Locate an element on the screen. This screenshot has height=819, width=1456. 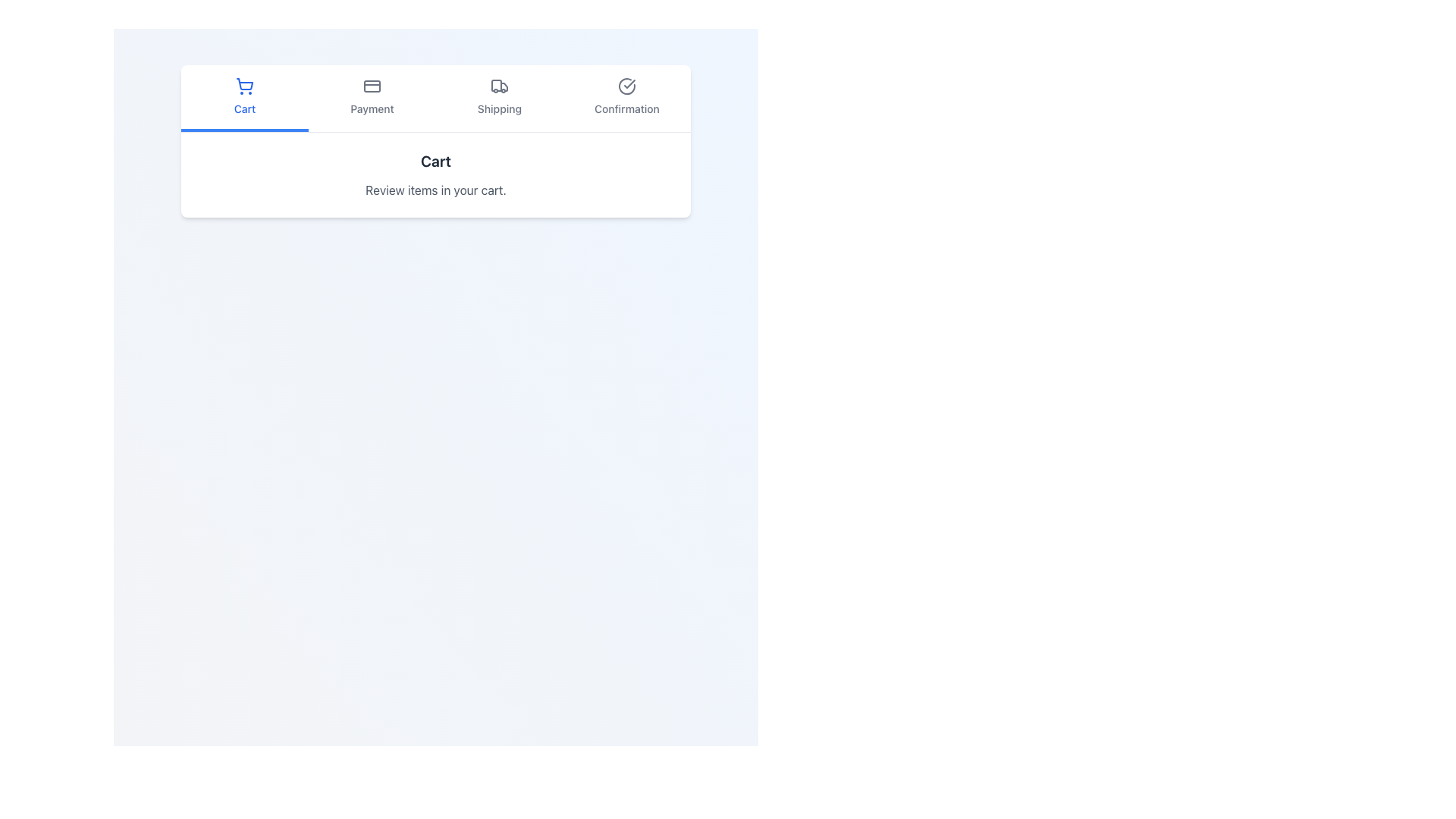
the Payment button in the navigation bar to observe the hover effects is located at coordinates (372, 99).